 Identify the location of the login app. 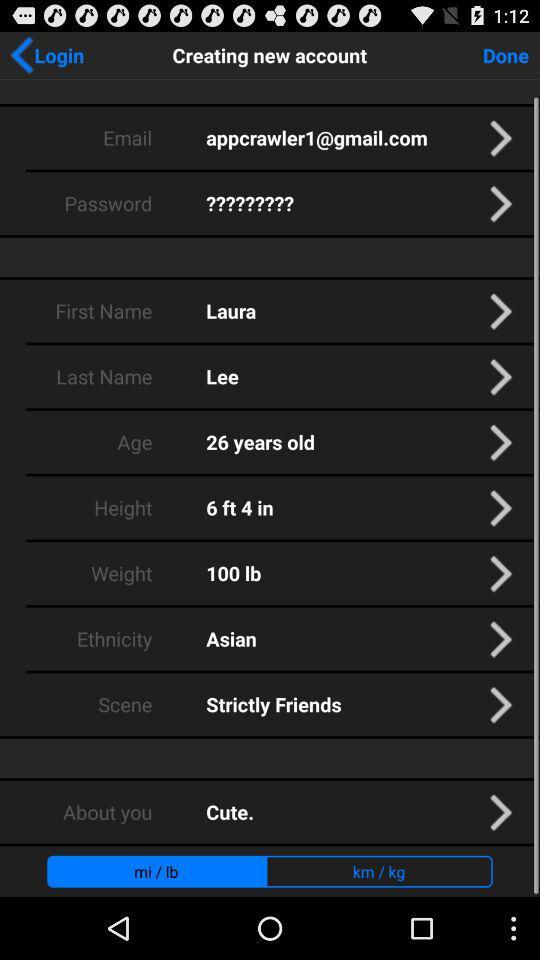
(46, 54).